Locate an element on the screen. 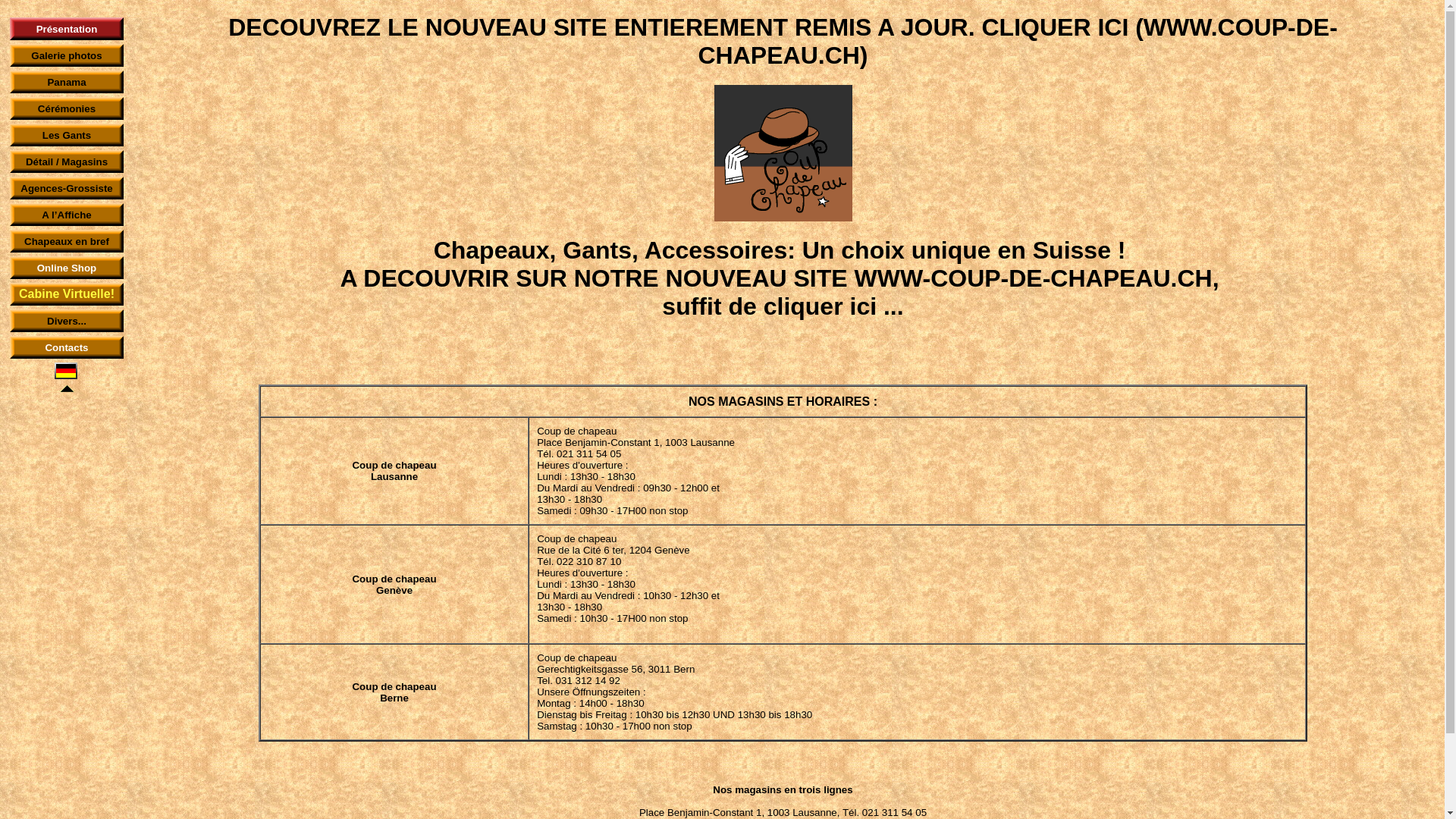  'Cabine Virtuelle!' is located at coordinates (65, 294).